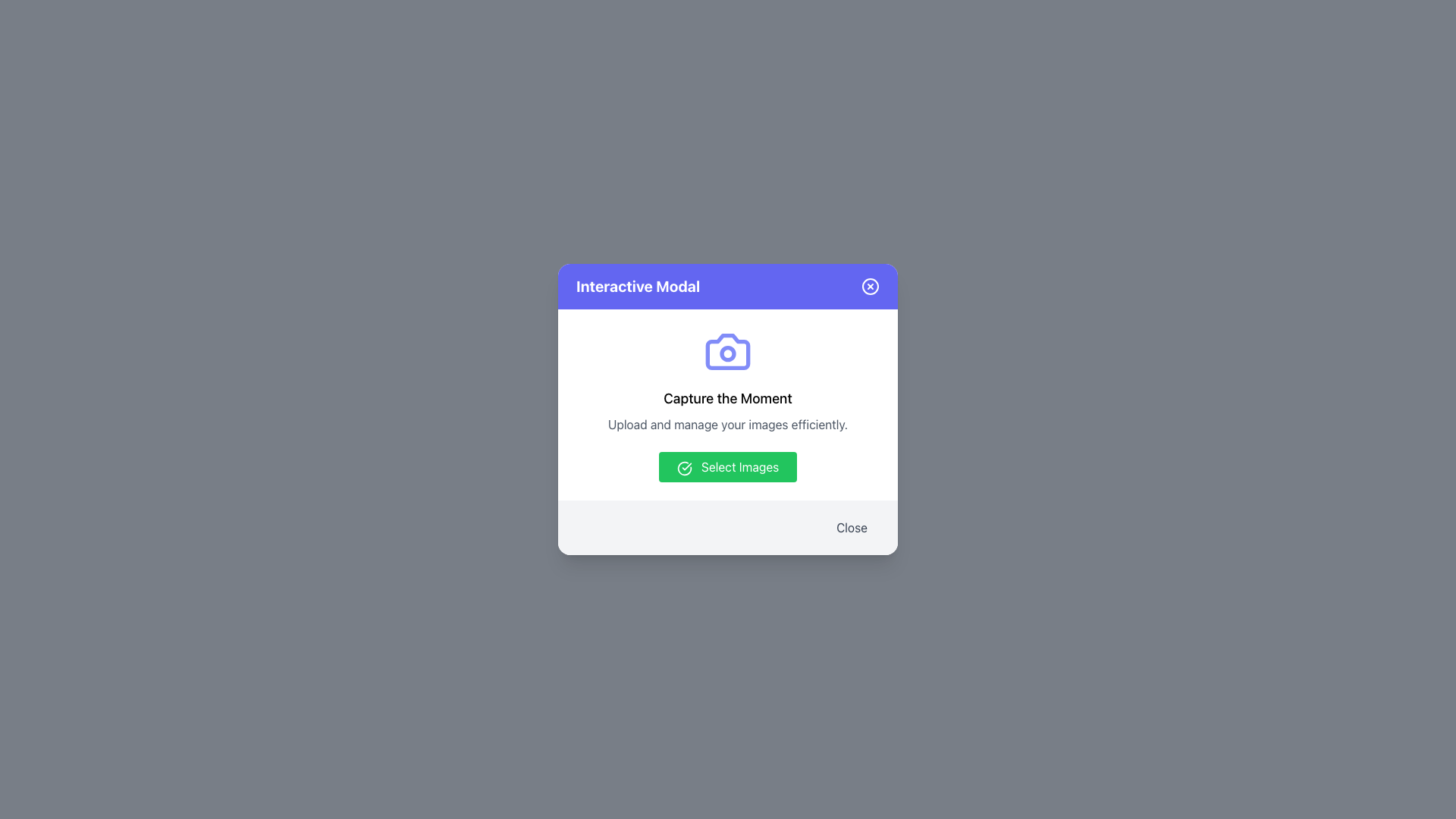  Describe the element at coordinates (728, 353) in the screenshot. I see `the small circular shape within the camera icon located at the center of the dialog box, above the text 'Capture the Moment'` at that location.